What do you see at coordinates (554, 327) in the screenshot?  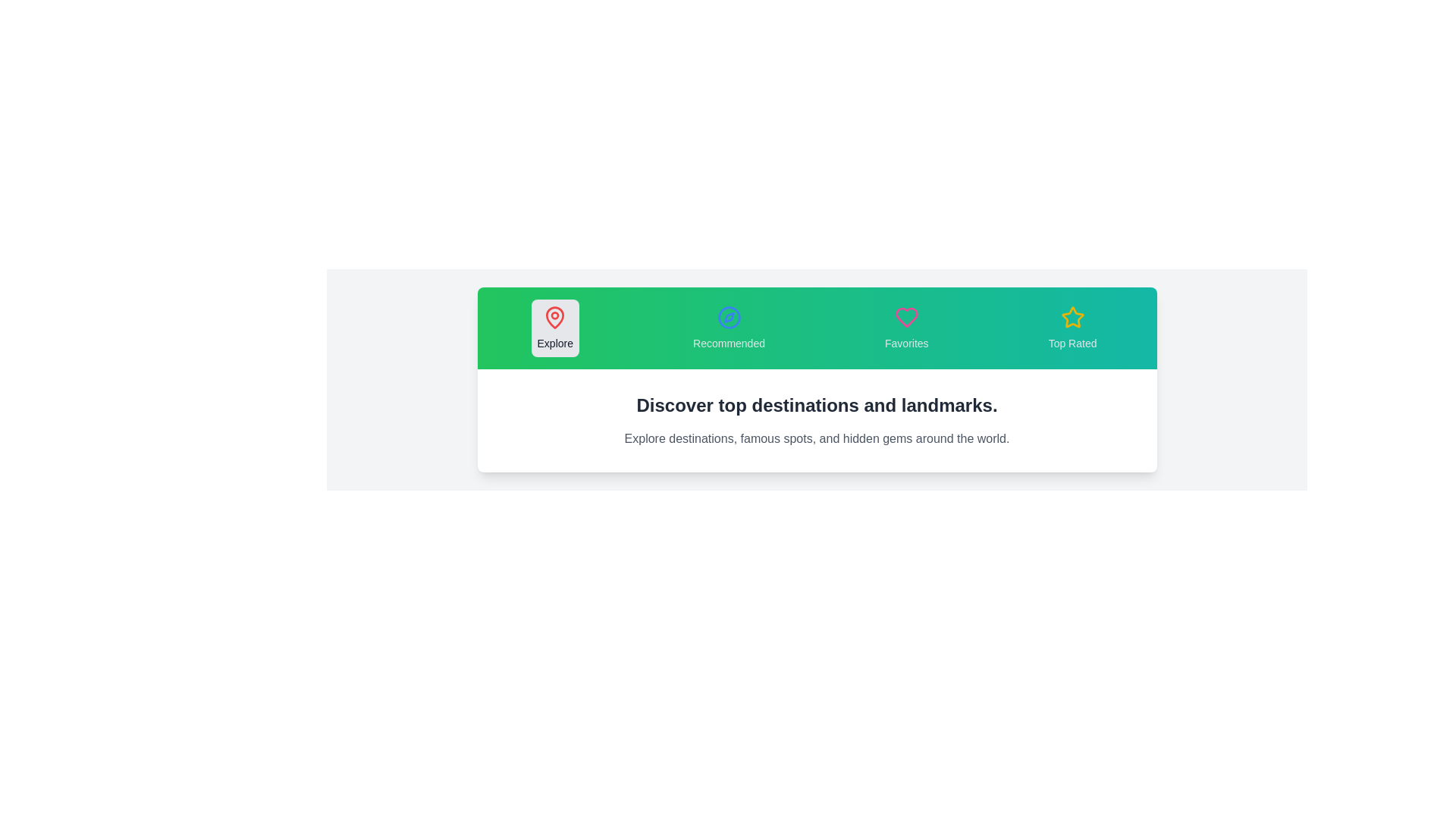 I see `the tab labeled Explore` at bounding box center [554, 327].